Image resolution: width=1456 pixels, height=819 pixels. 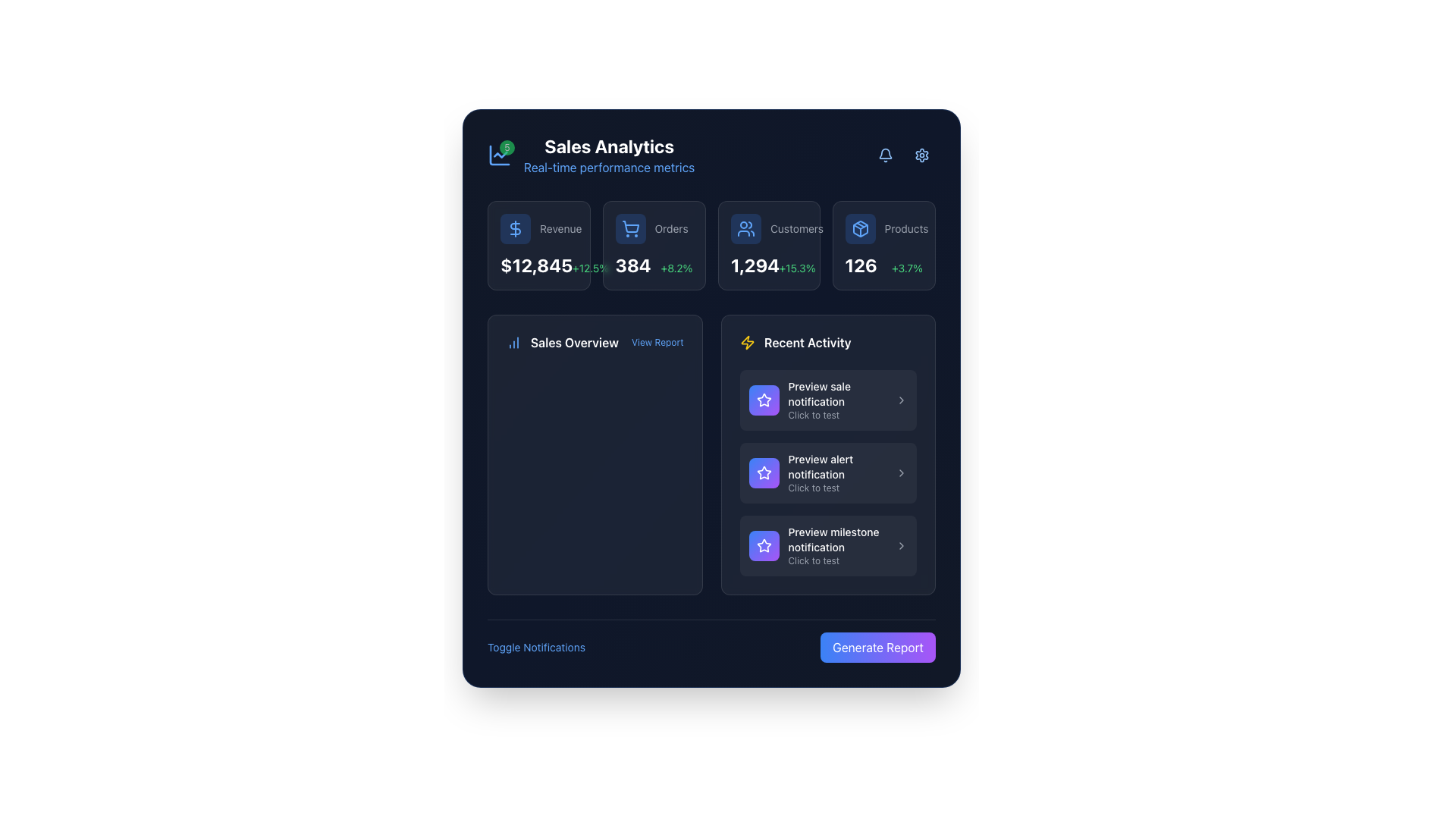 What do you see at coordinates (513, 342) in the screenshot?
I see `the icon representing sales performance or analytics, which is the first element in the 'Sales Overview' section, located in the top-left area of the interface` at bounding box center [513, 342].